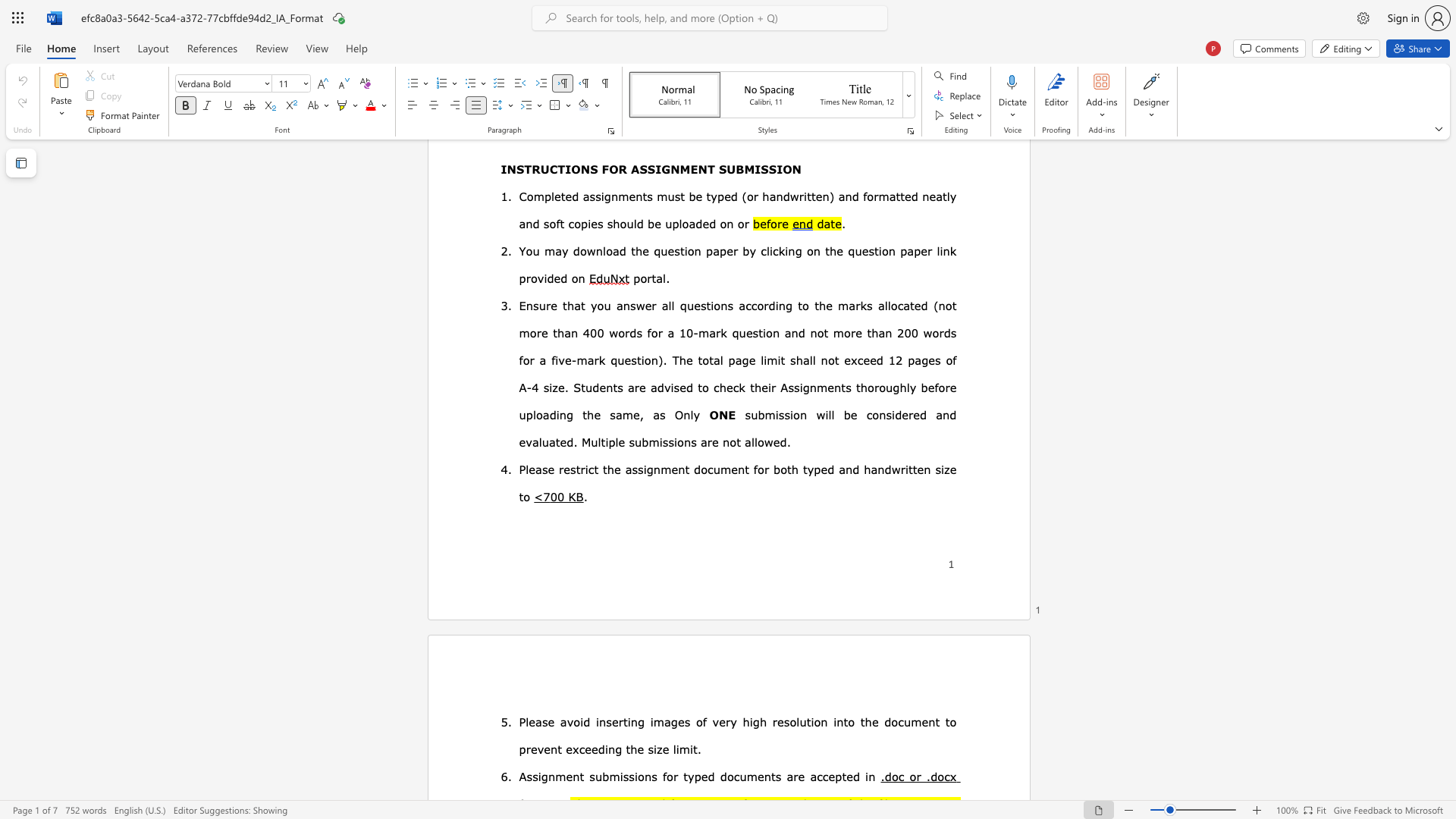 The height and width of the screenshot is (819, 1456). What do you see at coordinates (666, 776) in the screenshot?
I see `the subset text "or typed d" within the text "for typed documents"` at bounding box center [666, 776].